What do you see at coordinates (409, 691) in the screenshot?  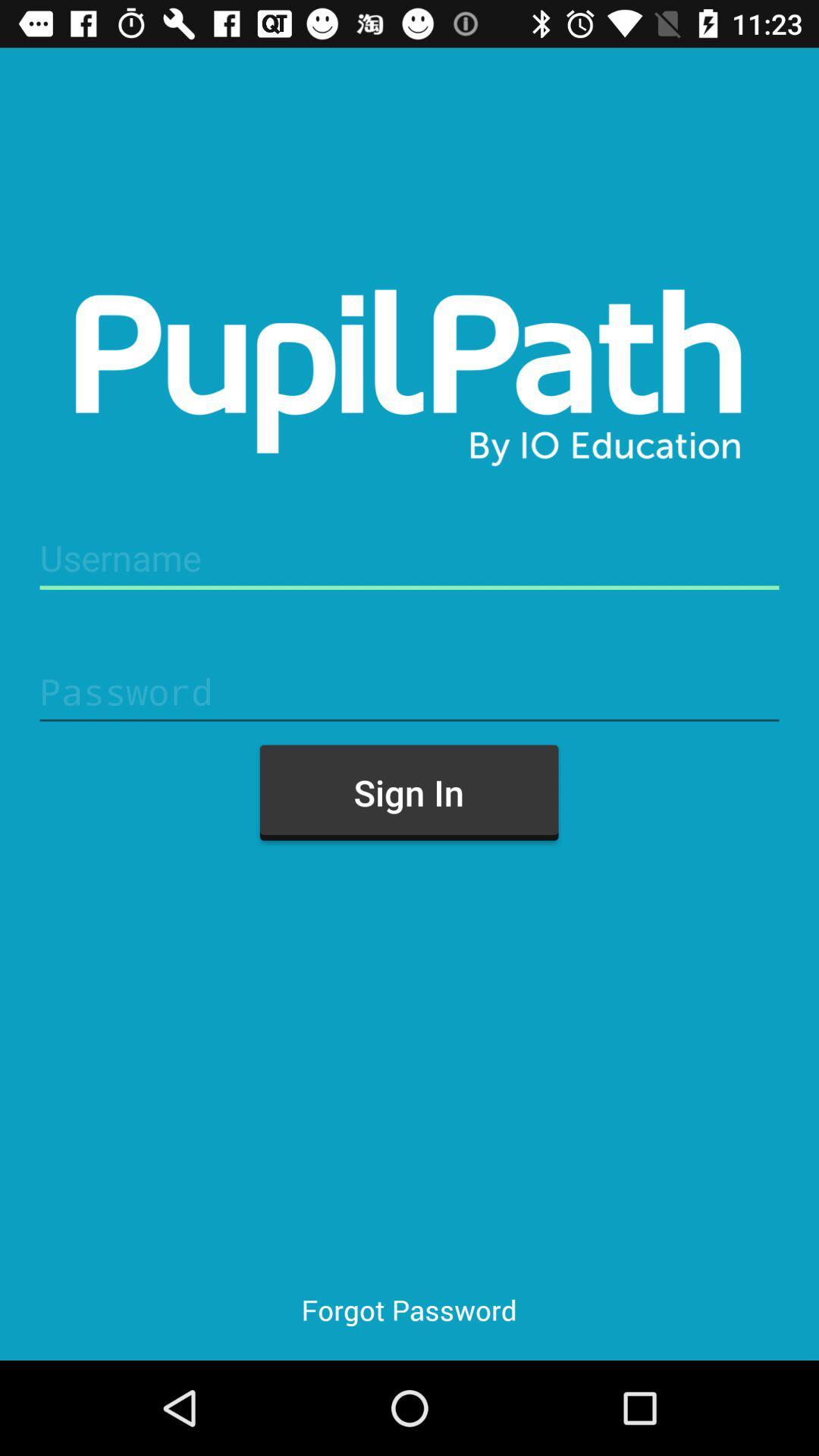 I see `item above the sign in` at bounding box center [409, 691].